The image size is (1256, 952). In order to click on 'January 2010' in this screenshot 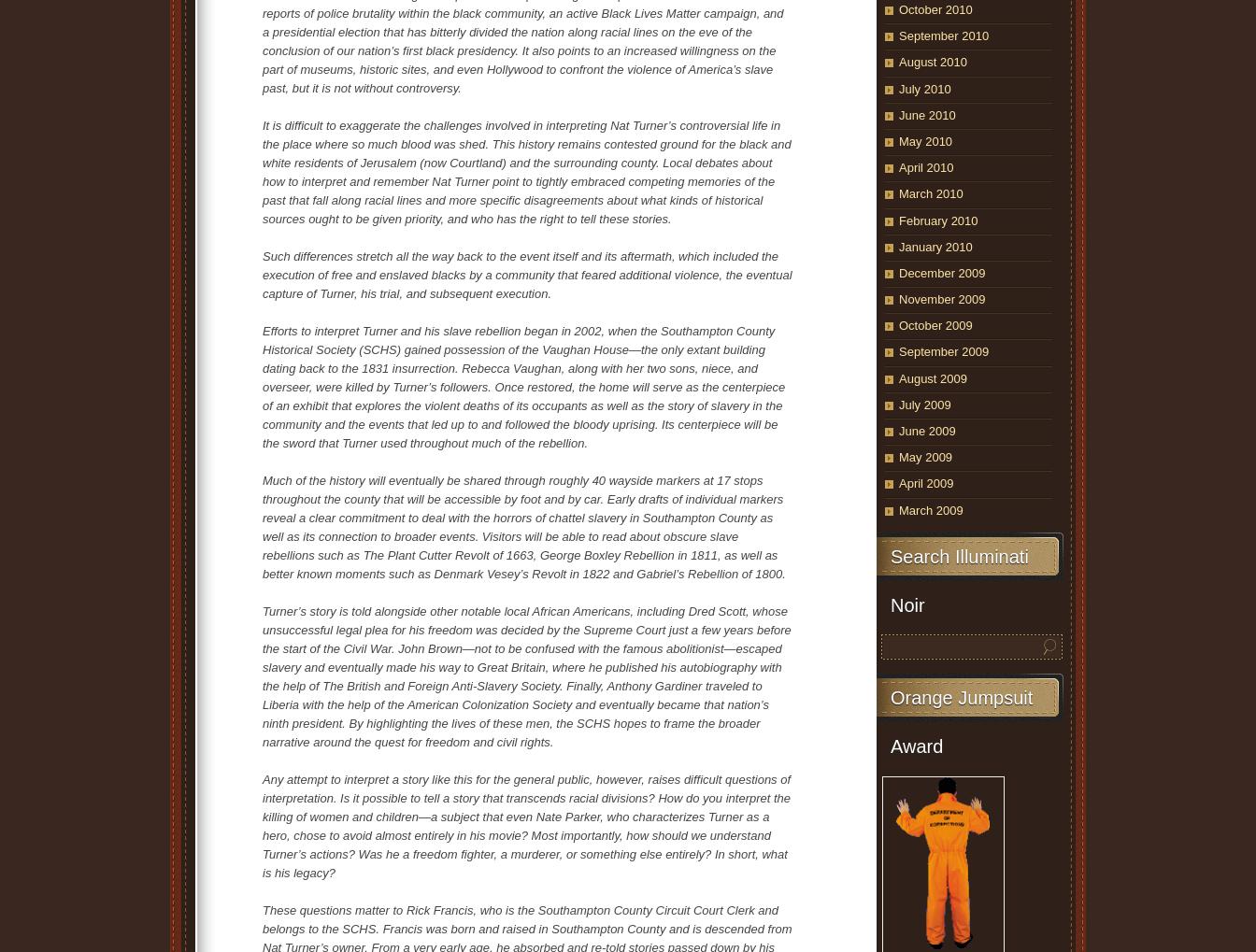, I will do `click(935, 246)`.